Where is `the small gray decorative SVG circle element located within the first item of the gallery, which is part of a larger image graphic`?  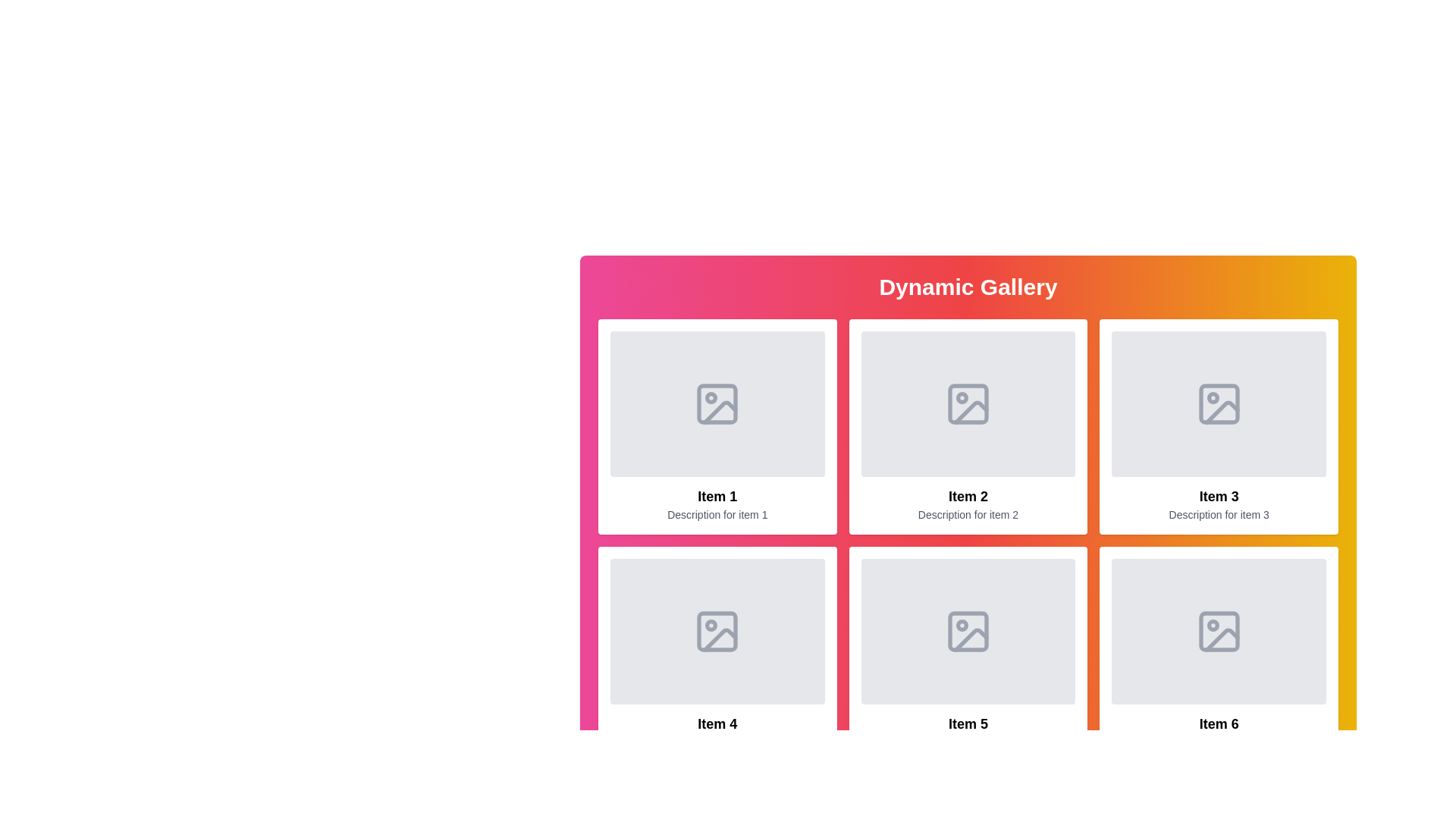
the small gray decorative SVG circle element located within the first item of the gallery, which is part of a larger image graphic is located at coordinates (711, 397).